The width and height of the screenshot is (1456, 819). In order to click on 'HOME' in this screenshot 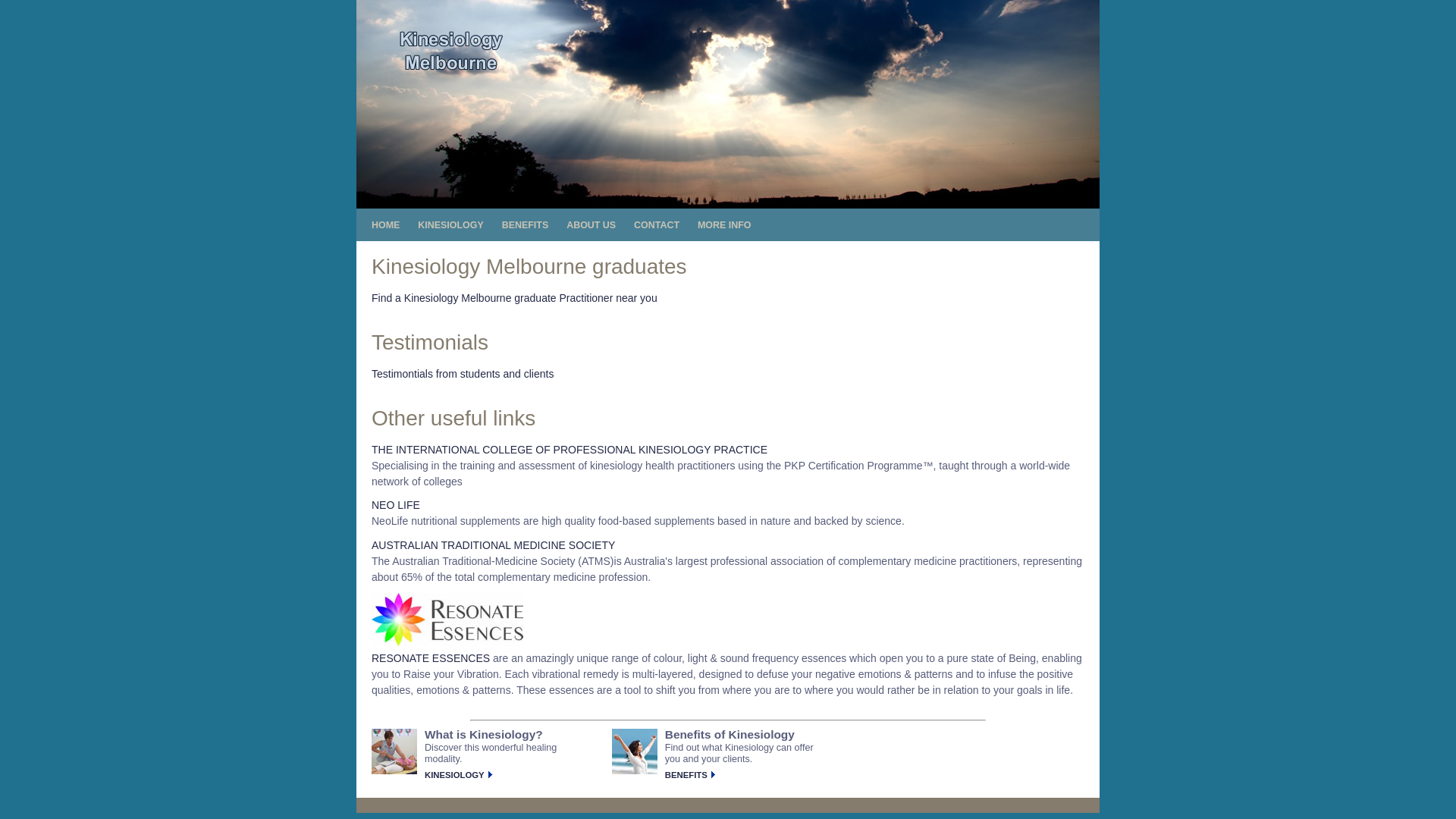, I will do `click(371, 225)`.